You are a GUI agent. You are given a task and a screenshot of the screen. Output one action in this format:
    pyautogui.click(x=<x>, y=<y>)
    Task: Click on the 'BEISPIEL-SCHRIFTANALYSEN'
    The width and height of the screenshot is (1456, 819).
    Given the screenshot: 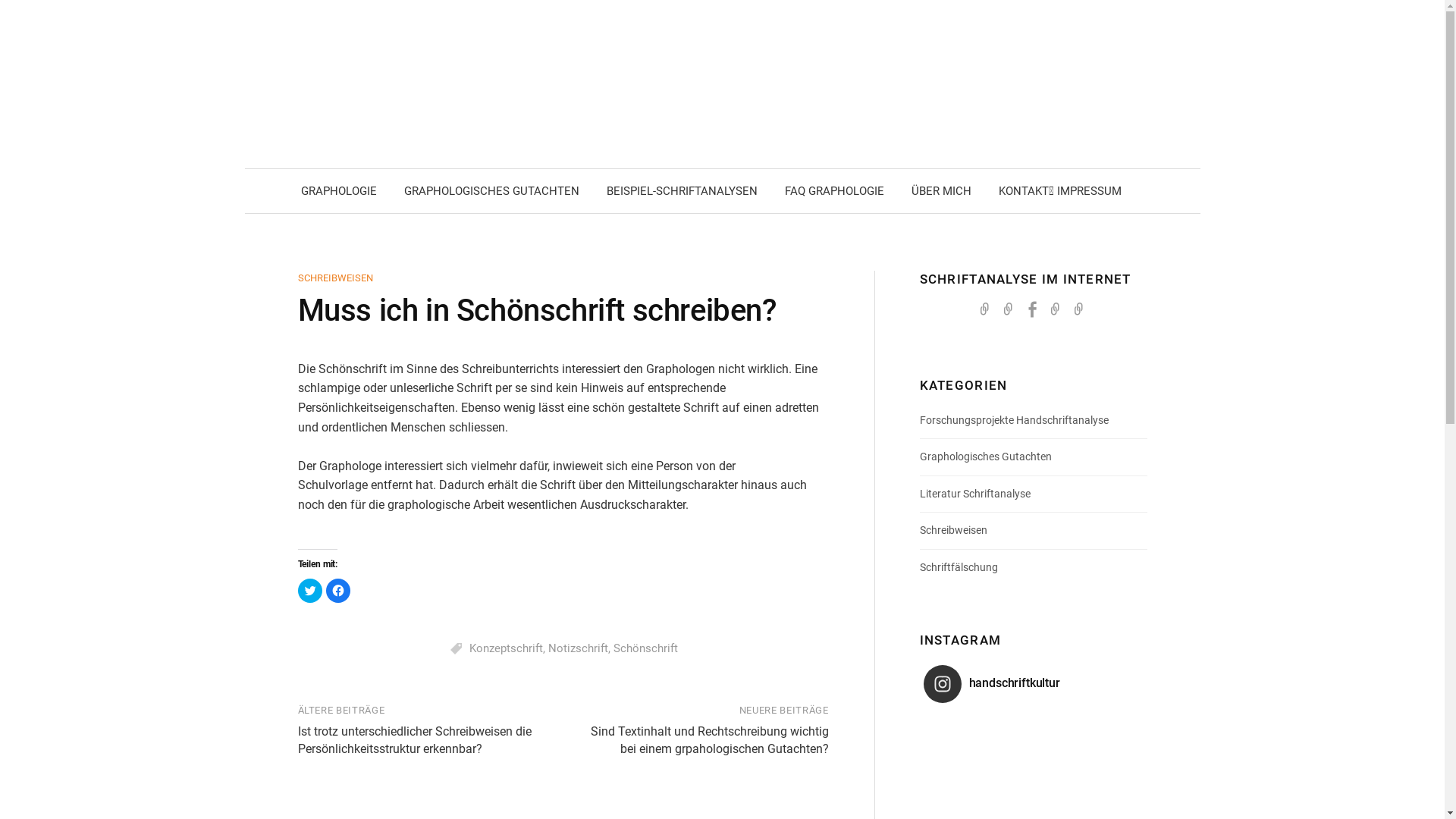 What is the action you would take?
    pyautogui.click(x=592, y=190)
    